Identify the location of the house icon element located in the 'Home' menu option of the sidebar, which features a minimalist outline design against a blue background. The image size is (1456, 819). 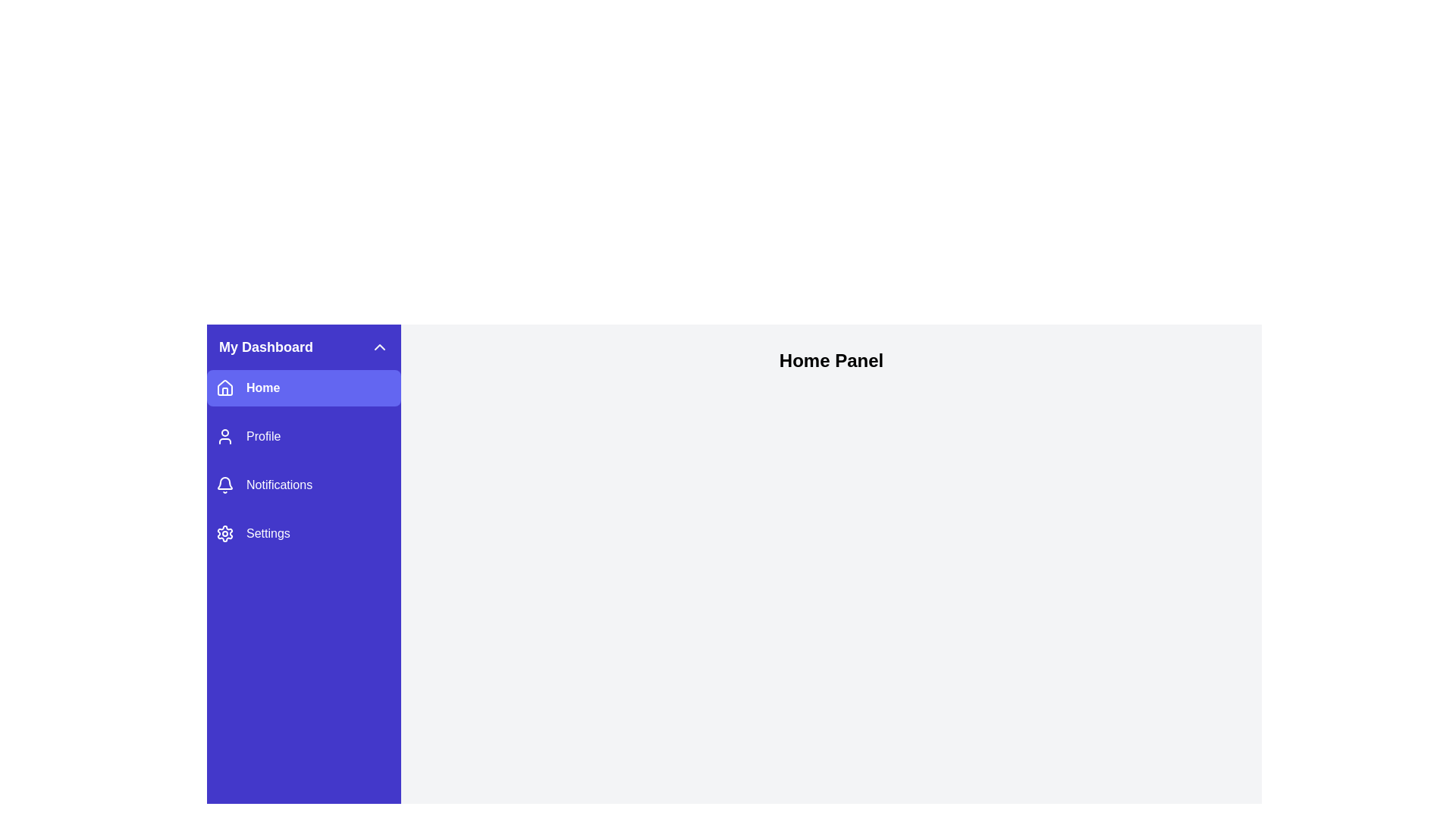
(224, 388).